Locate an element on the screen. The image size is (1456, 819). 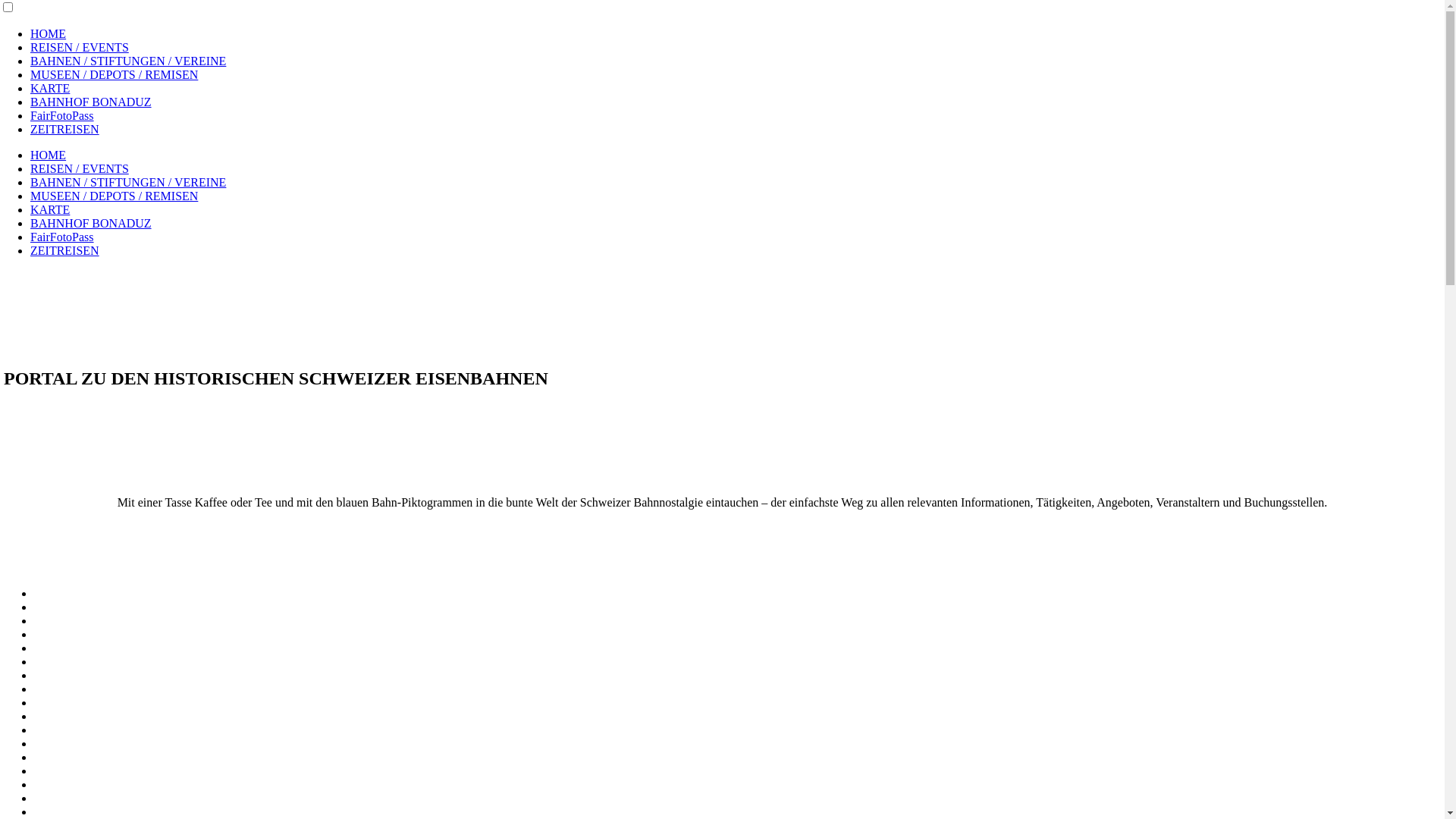
'MUSEEN / DEPOTS / REMISEN' is located at coordinates (113, 195).